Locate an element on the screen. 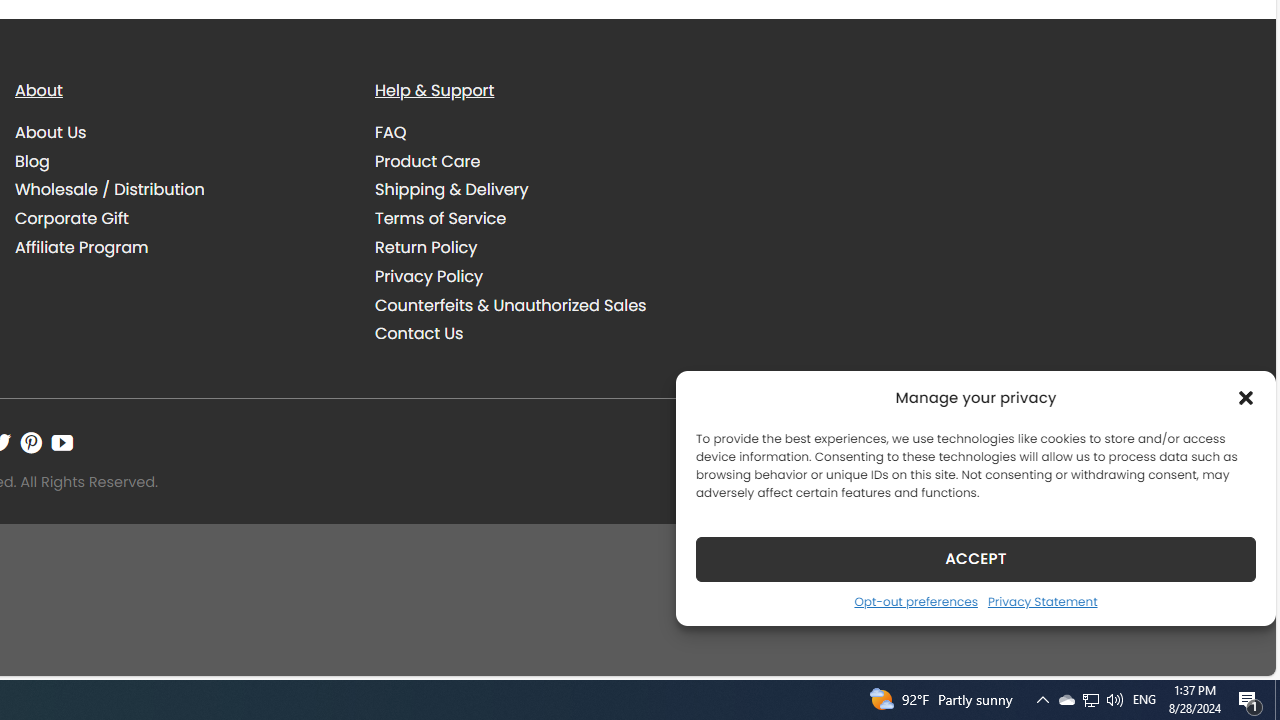 This screenshot has width=1280, height=720. 'Affiliate Program' is located at coordinates (180, 246).